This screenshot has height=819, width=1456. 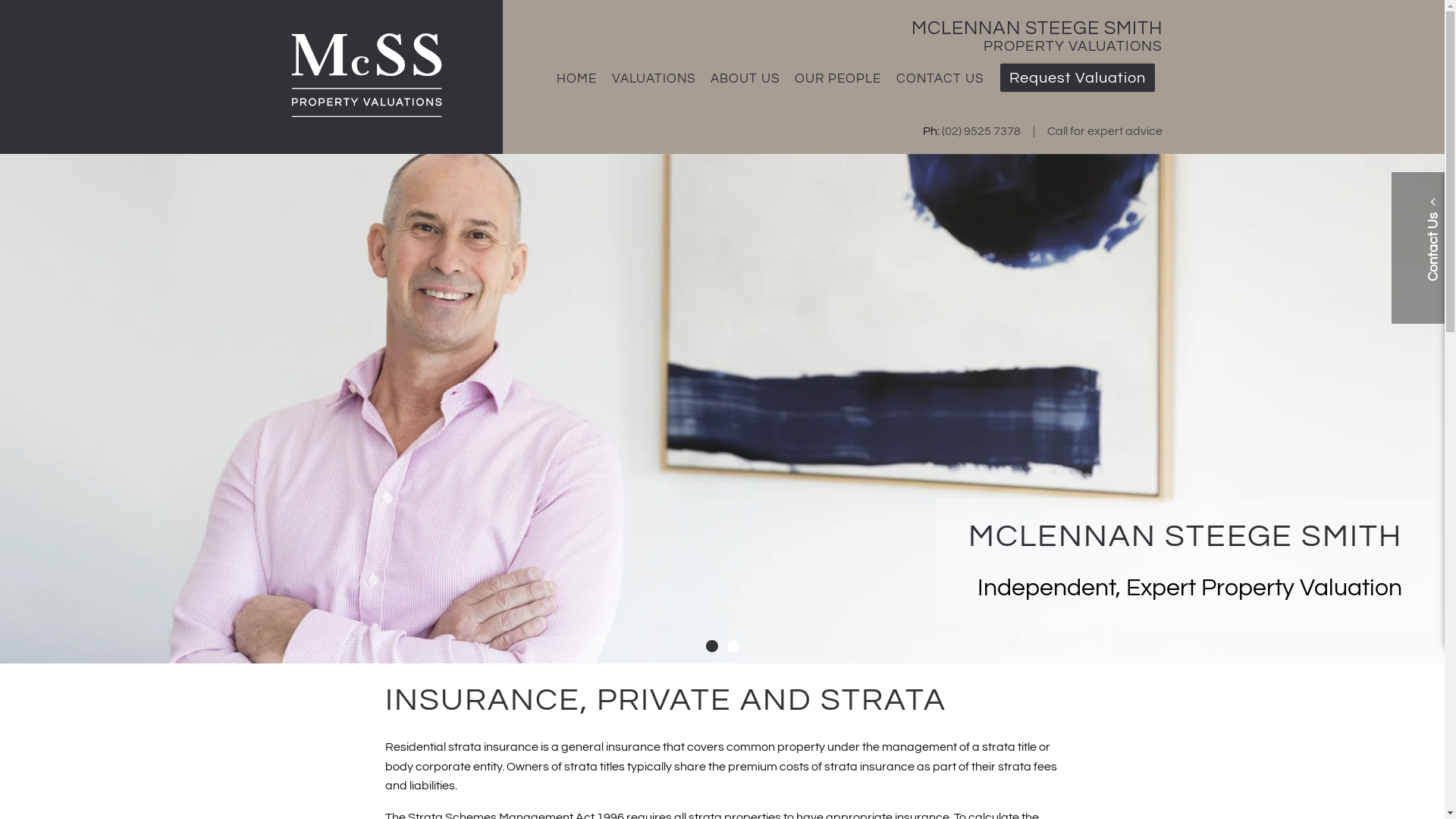 I want to click on 'CONTACT US', so click(x=939, y=79).